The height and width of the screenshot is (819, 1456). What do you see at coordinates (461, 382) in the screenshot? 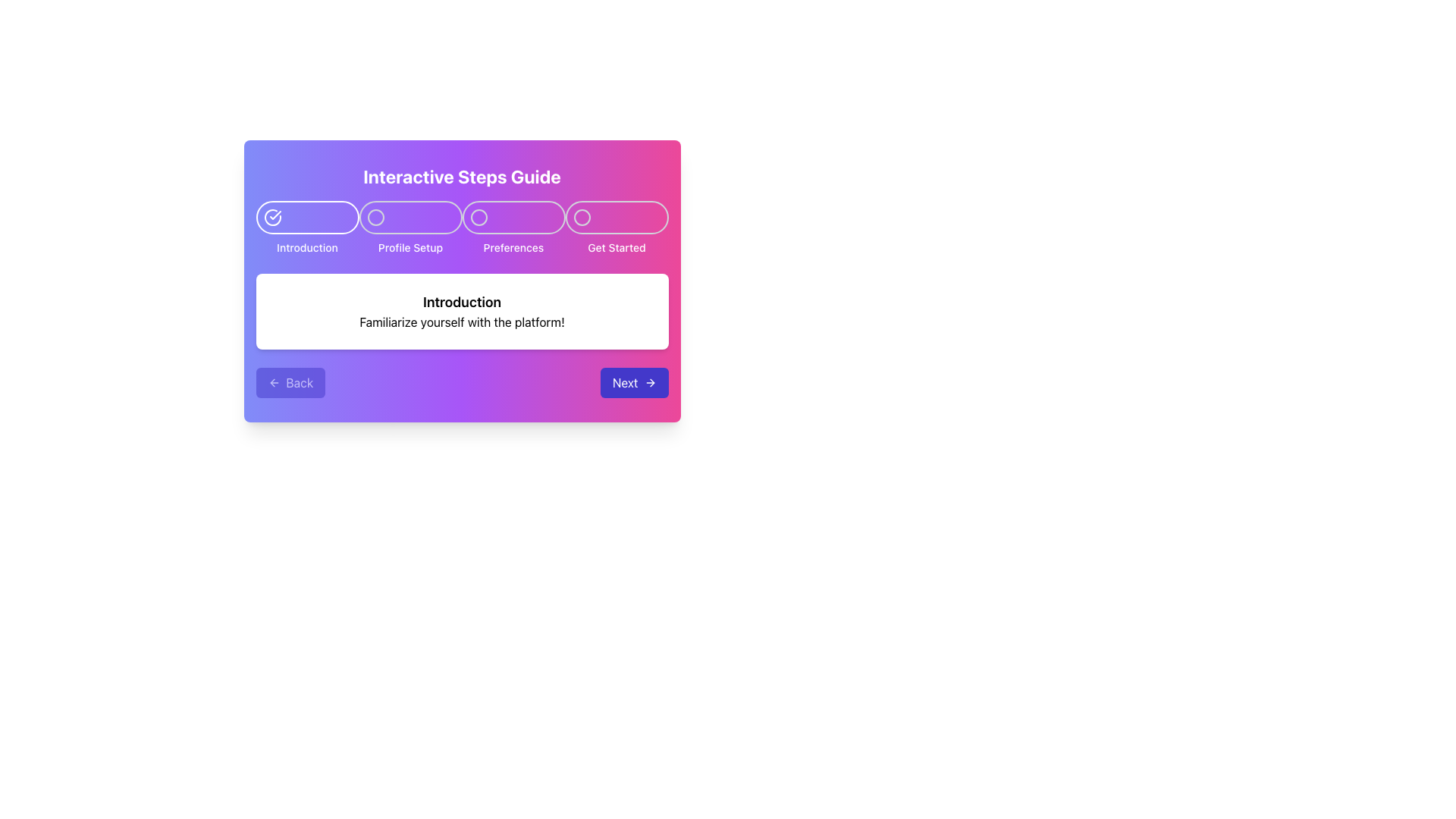
I see `the interactive buttons in the navigation bar at the bottom of the interface to observe any hover effects` at bounding box center [461, 382].